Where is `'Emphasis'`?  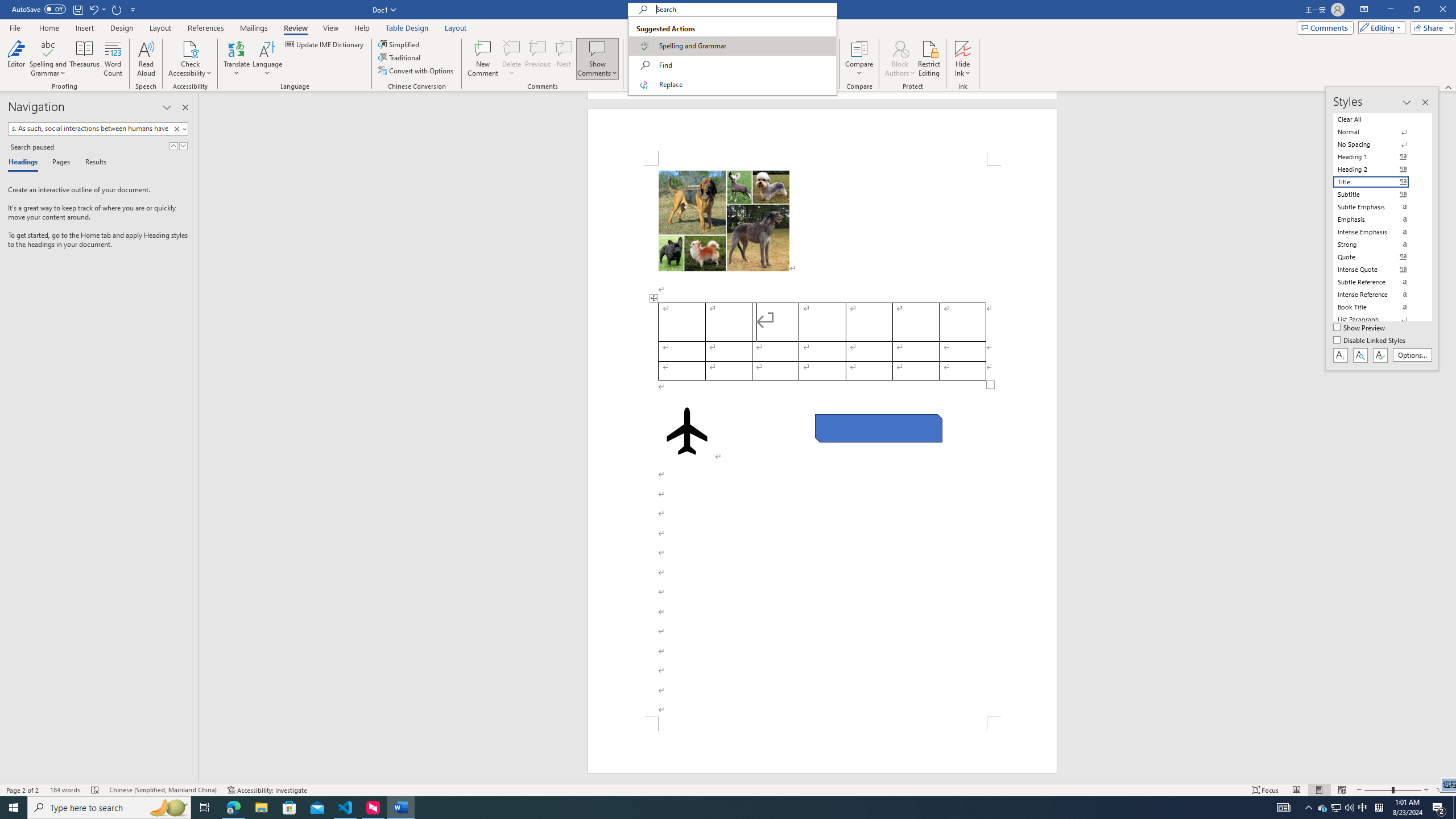 'Emphasis' is located at coordinates (1378, 218).